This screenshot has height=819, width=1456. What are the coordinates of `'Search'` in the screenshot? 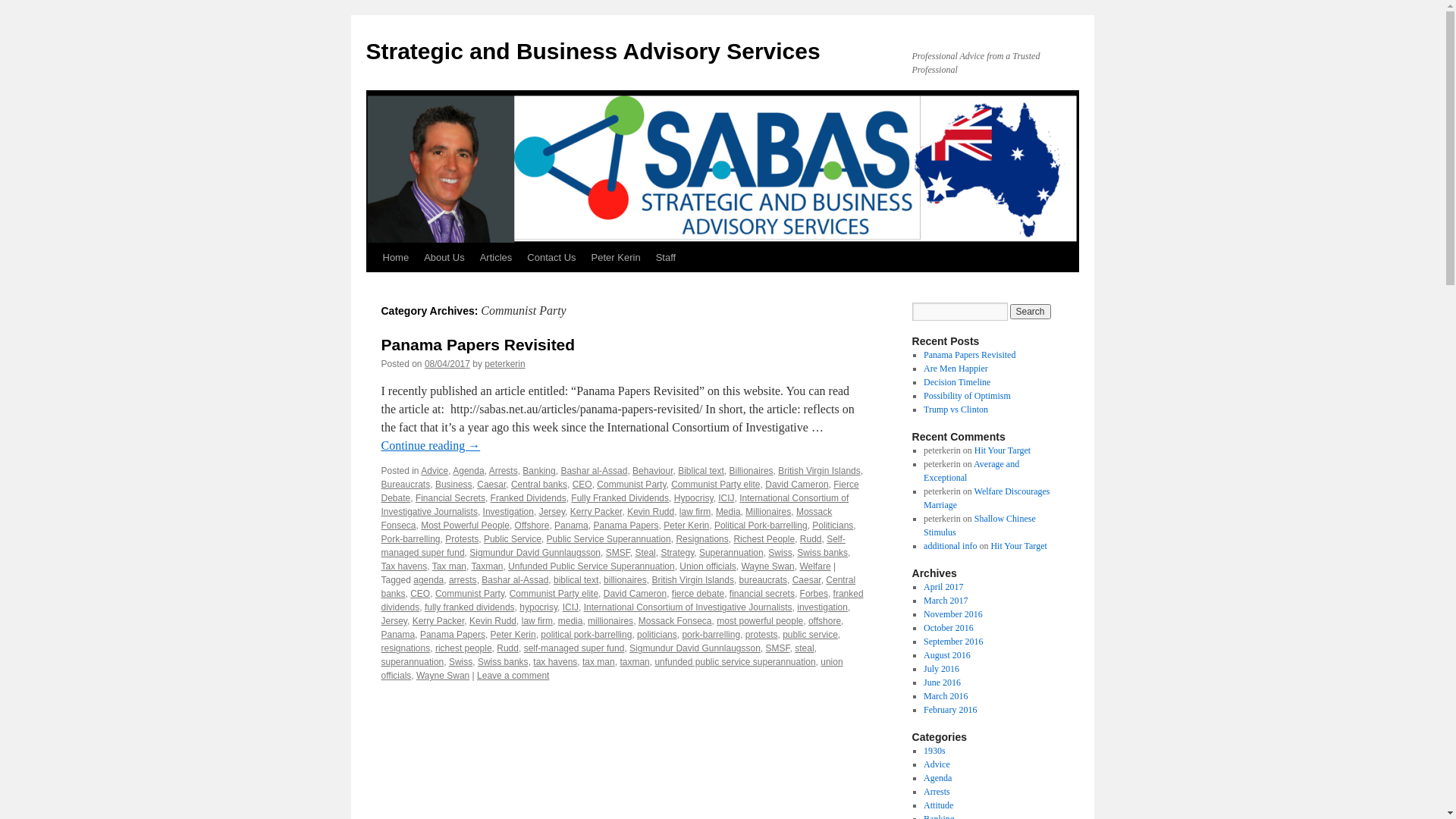 It's located at (1030, 311).